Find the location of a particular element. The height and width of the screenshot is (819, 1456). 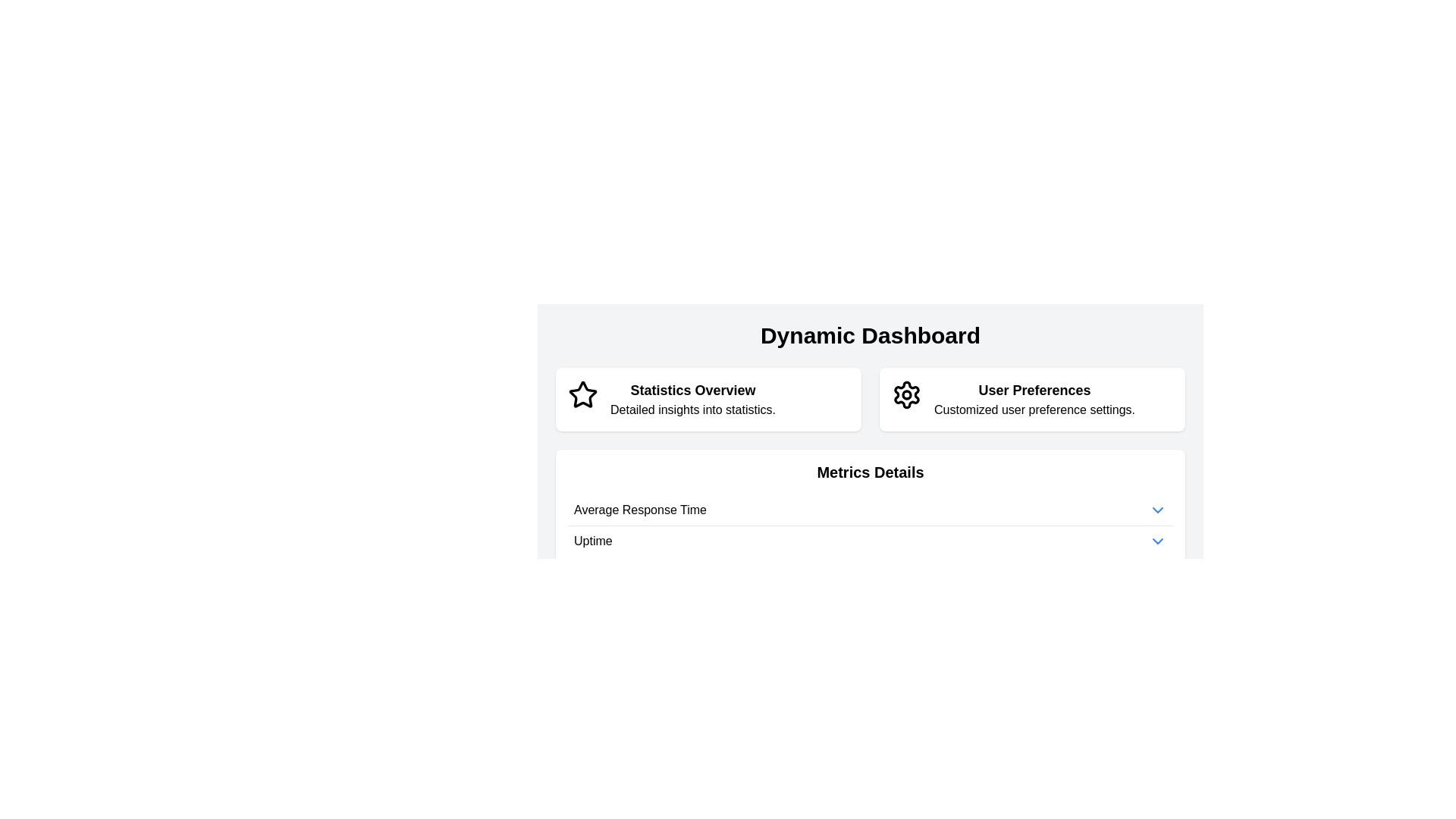

the blue downward arrow icon (chevron) styled as a dropdown toggle located next to the text 'Uptime' is located at coordinates (1156, 540).